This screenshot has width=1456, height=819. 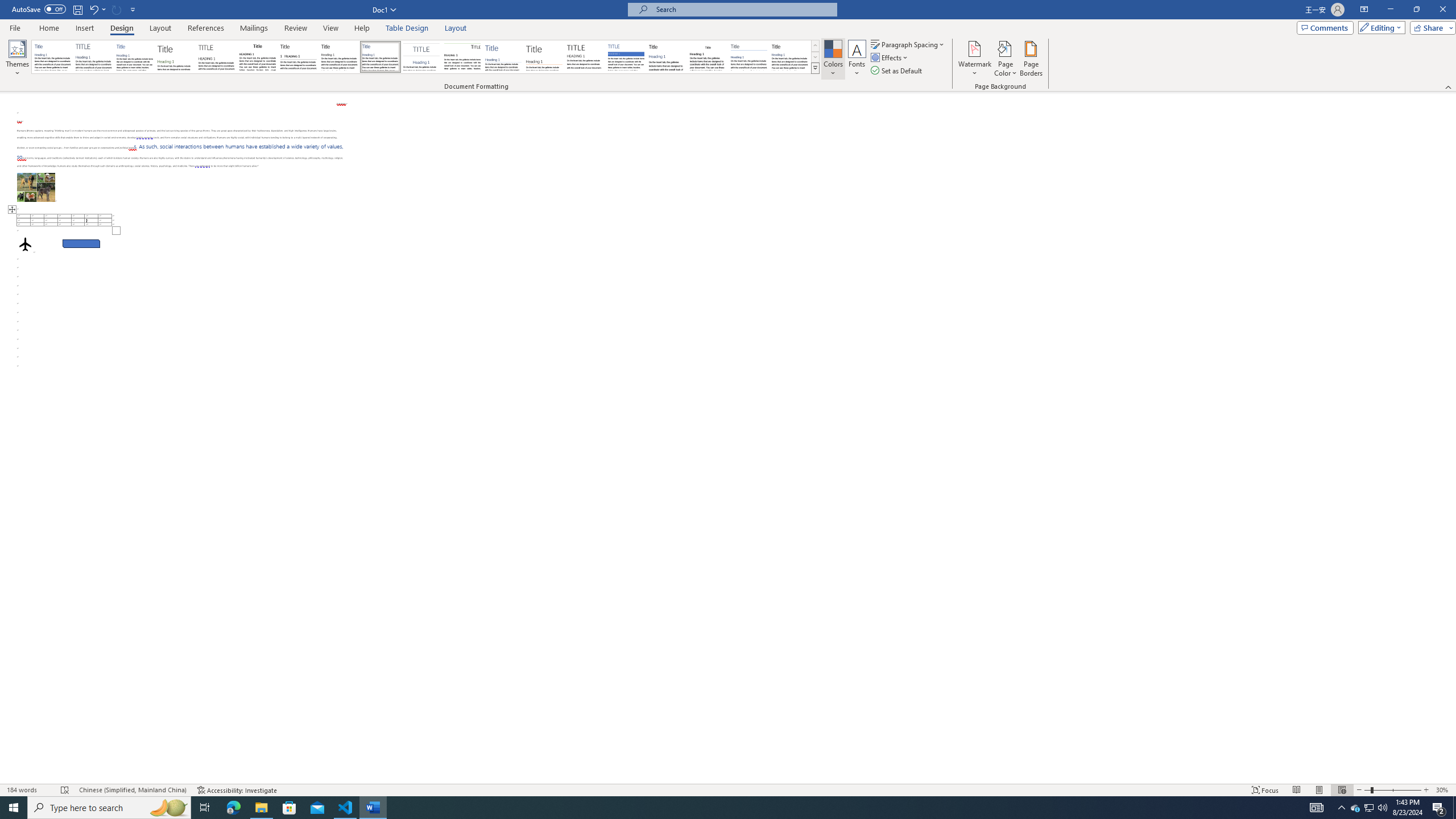 I want to click on 'Word', so click(x=666, y=56).